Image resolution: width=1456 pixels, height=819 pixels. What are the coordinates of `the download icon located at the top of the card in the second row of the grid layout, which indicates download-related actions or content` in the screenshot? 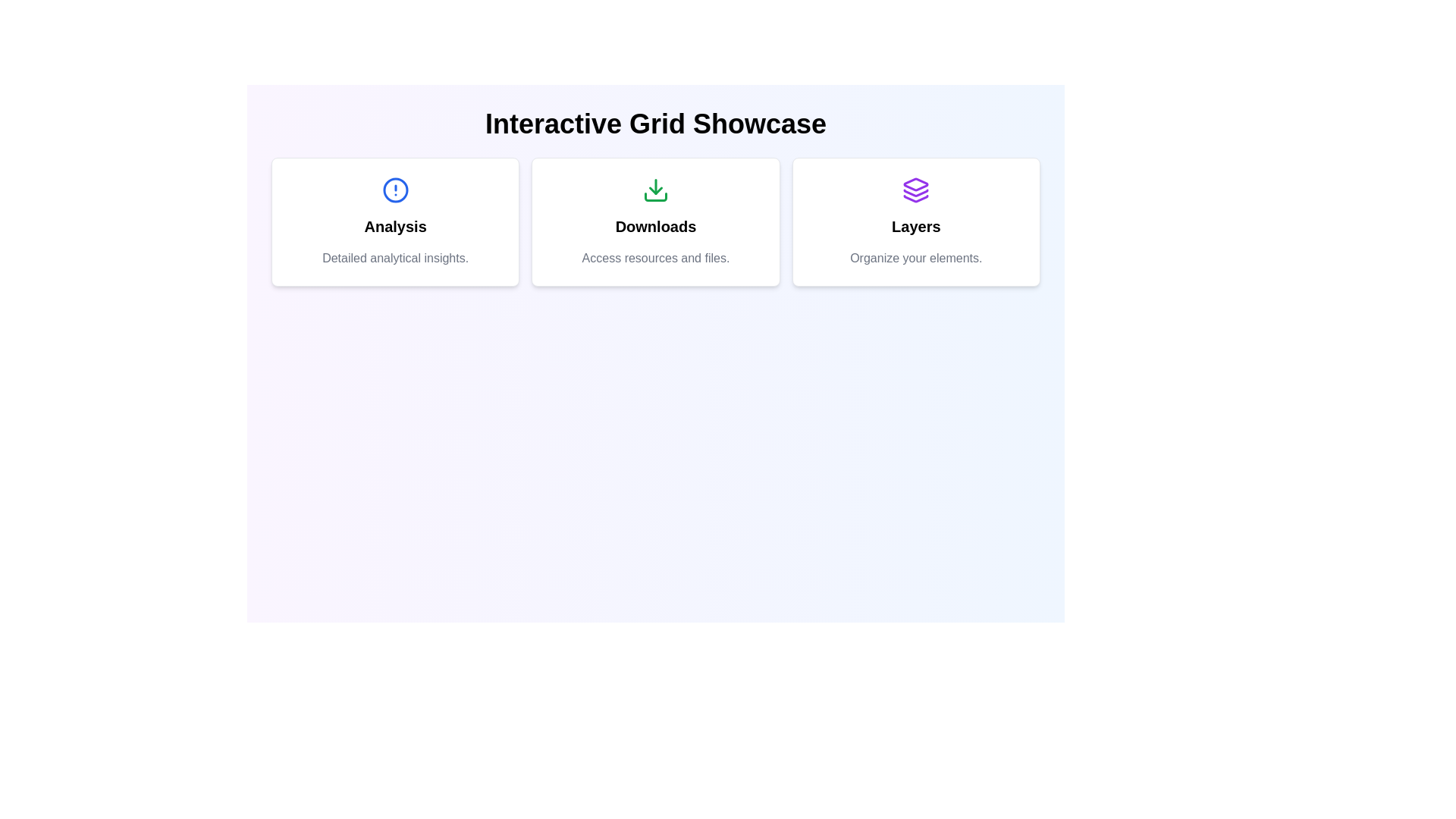 It's located at (655, 189).